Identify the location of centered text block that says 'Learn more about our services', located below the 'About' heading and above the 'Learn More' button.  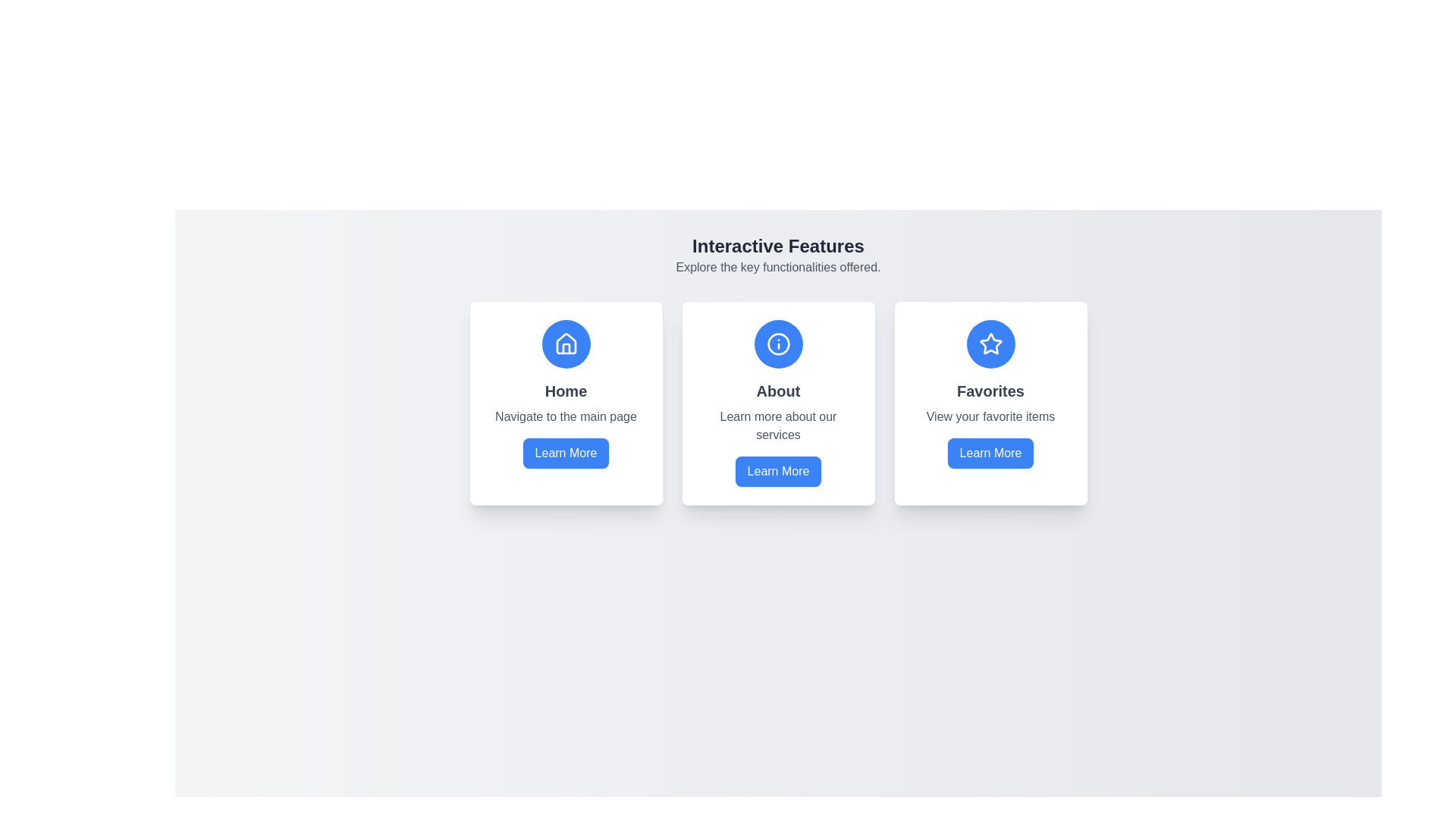
(778, 426).